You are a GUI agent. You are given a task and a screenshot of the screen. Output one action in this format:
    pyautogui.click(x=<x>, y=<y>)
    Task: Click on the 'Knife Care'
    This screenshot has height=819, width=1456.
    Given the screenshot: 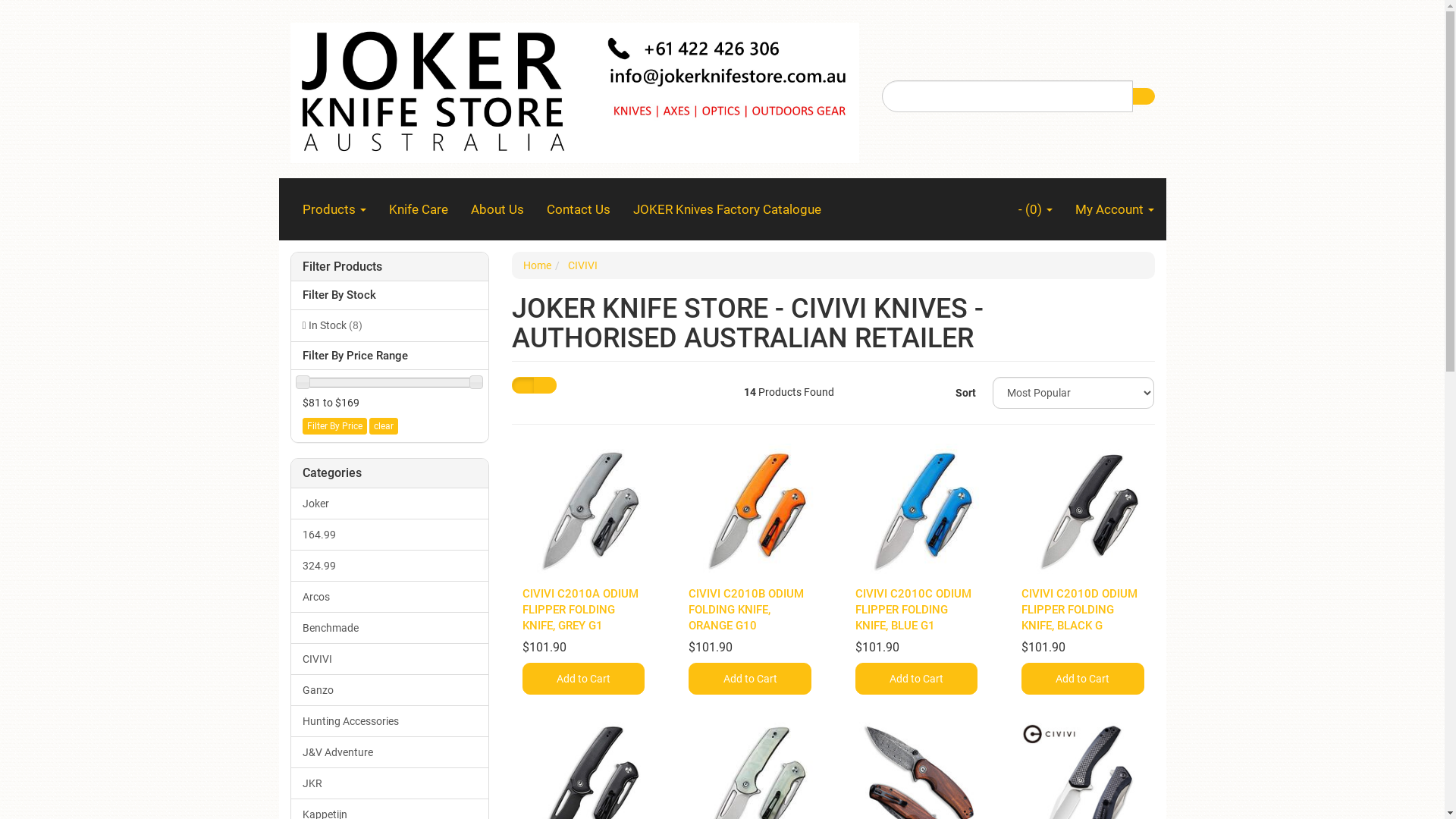 What is the action you would take?
    pyautogui.click(x=419, y=209)
    